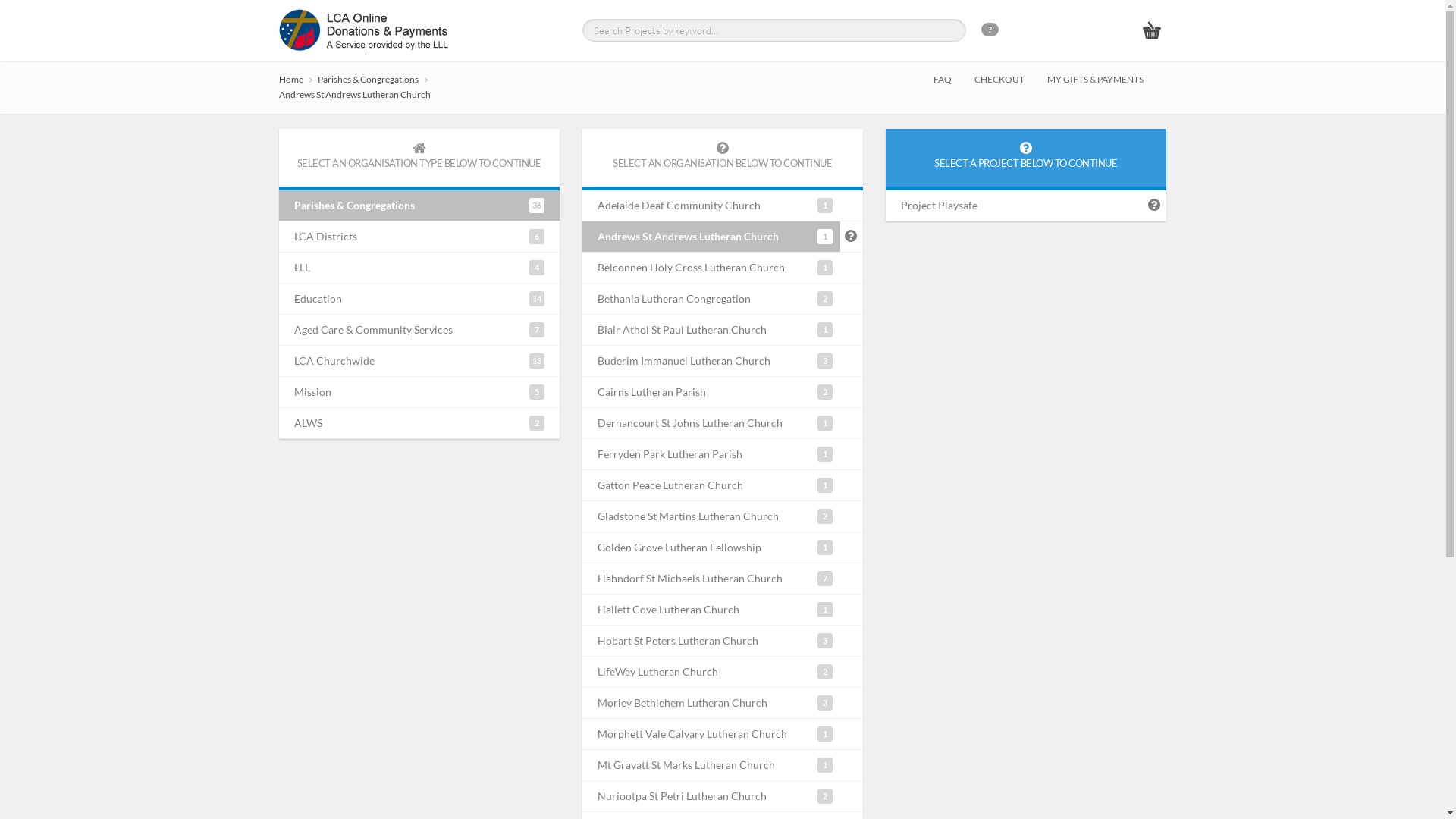 Image resolution: width=1456 pixels, height=819 pixels. I want to click on '2, so click(710, 391).